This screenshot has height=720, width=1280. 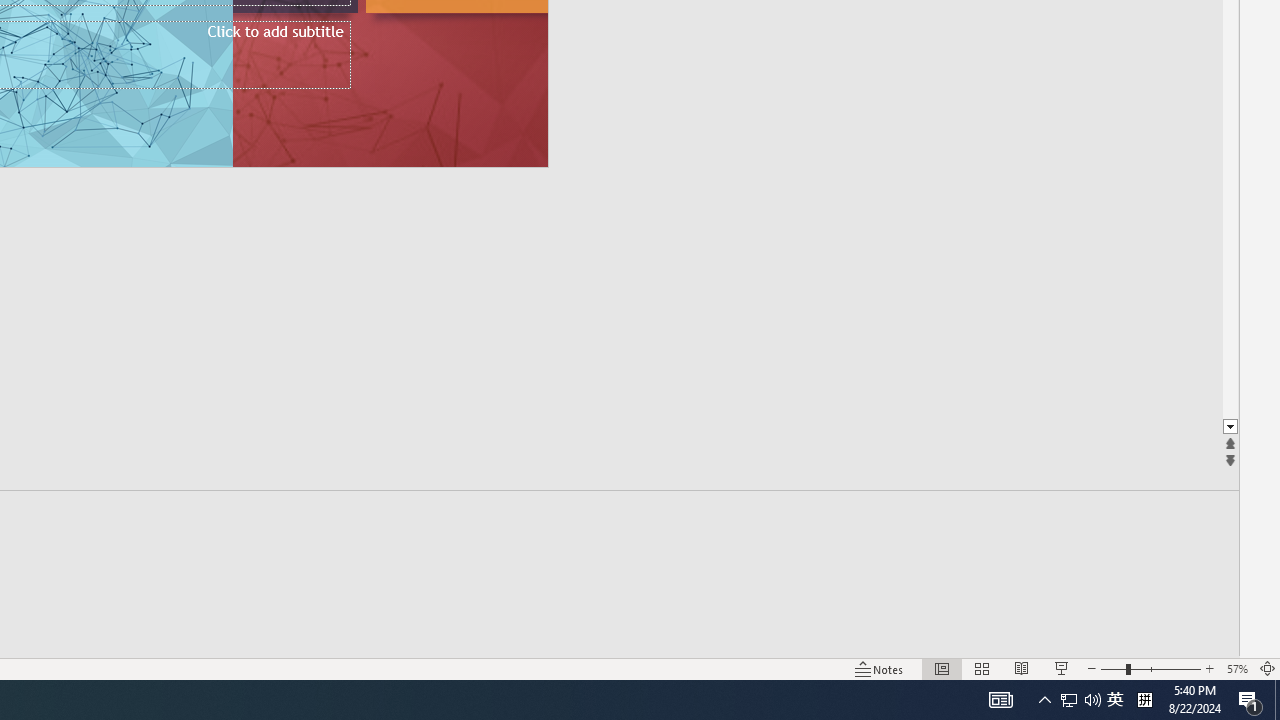 What do you see at coordinates (1236, 669) in the screenshot?
I see `'Zoom 57%'` at bounding box center [1236, 669].